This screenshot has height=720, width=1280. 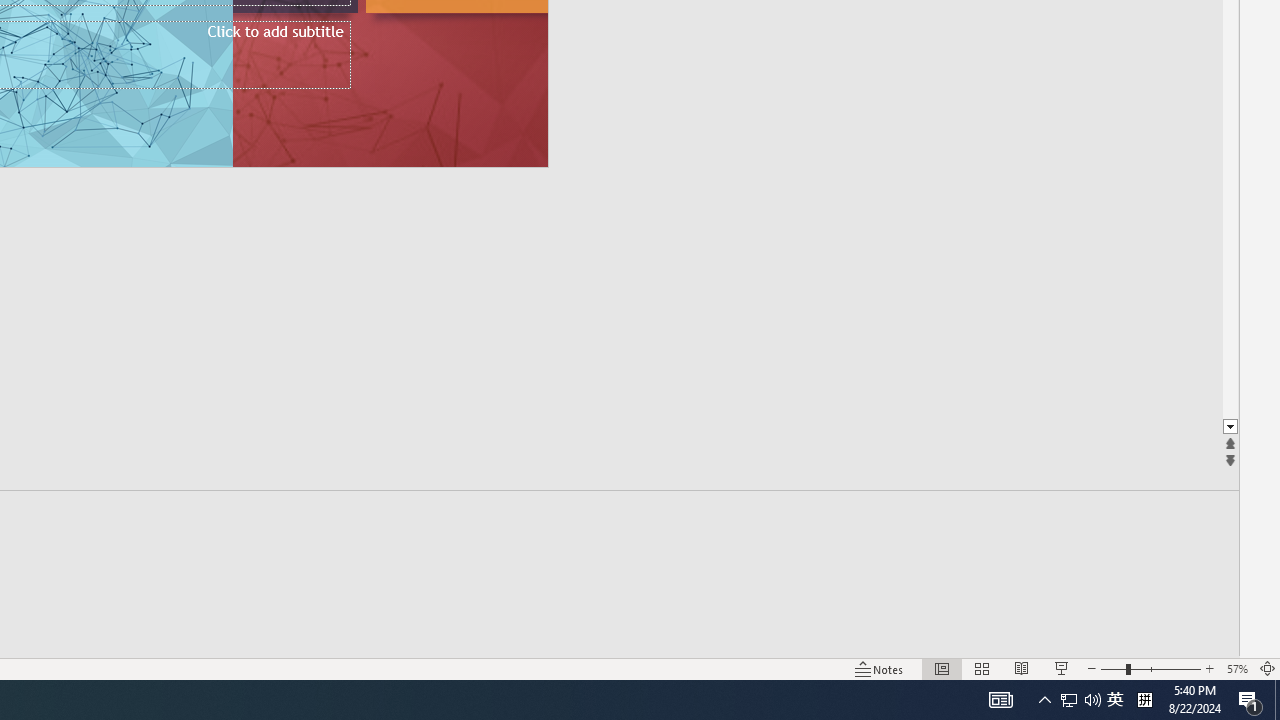 What do you see at coordinates (1236, 669) in the screenshot?
I see `'Zoom 57%'` at bounding box center [1236, 669].